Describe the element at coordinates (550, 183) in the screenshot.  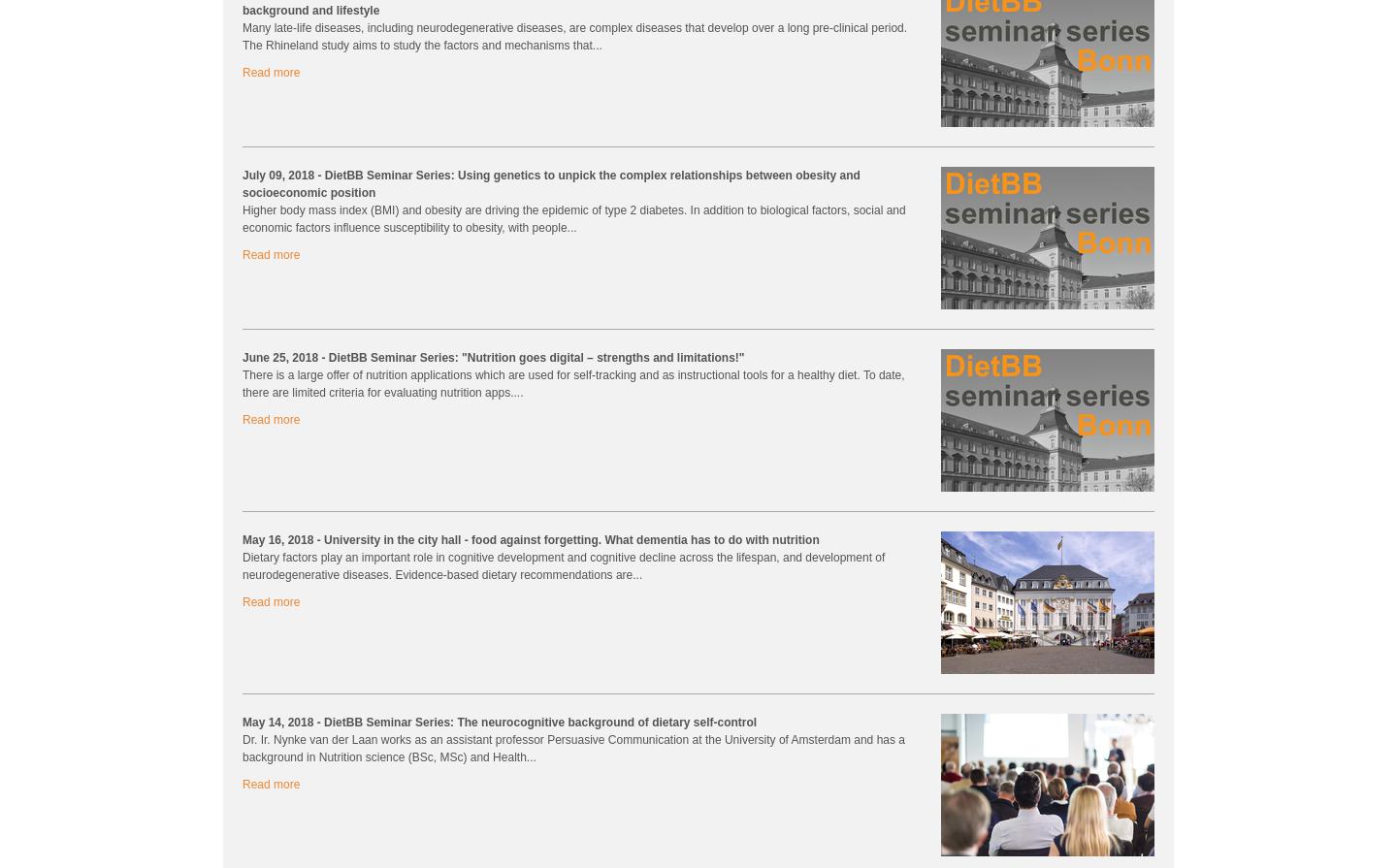
I see `'- DietBB Seminar Series: Using genetics to unpick the complex relationships between obesity and socioeconomic position'` at that location.